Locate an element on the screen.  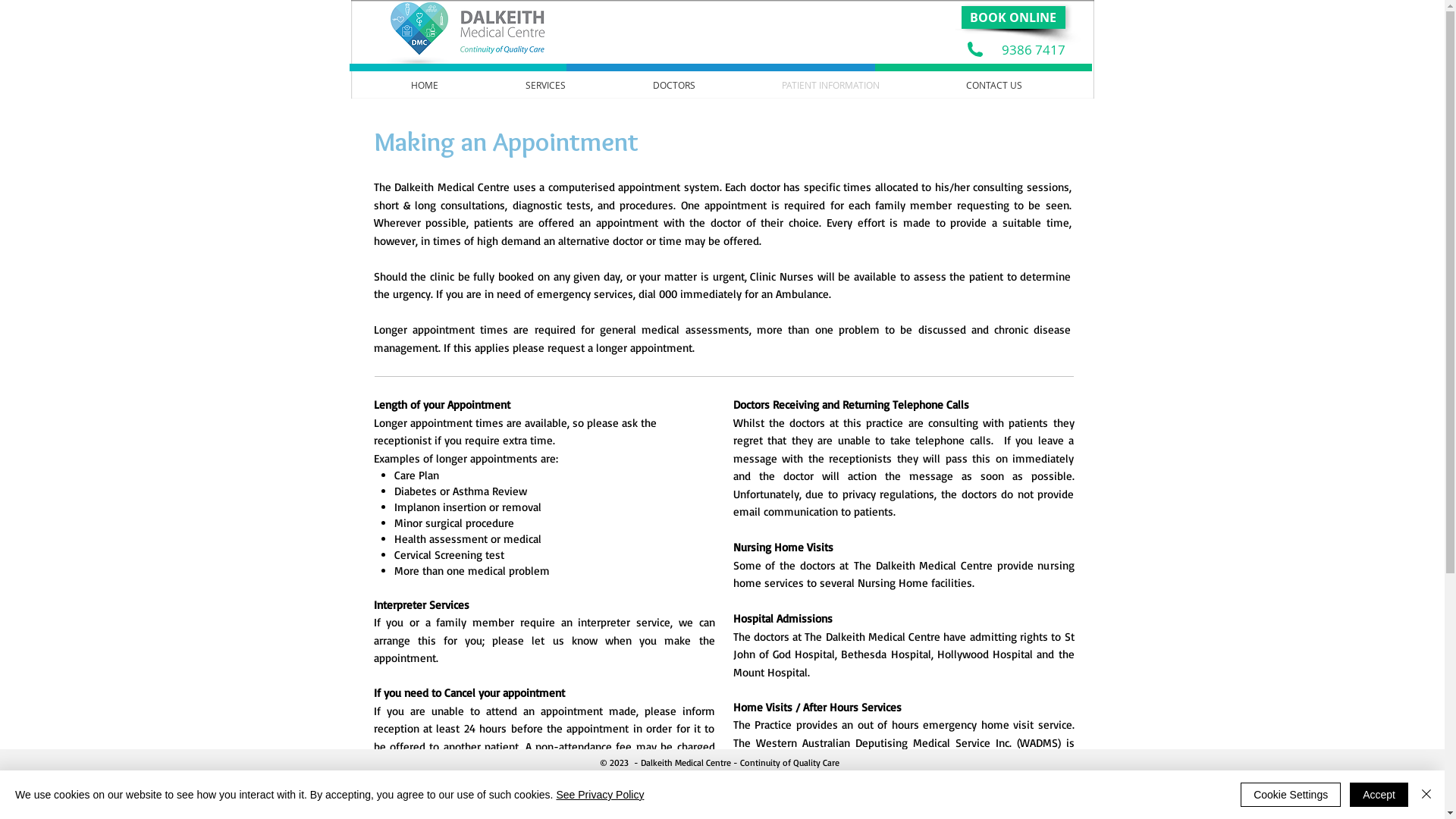
'9386 7417' is located at coordinates (1001, 49).